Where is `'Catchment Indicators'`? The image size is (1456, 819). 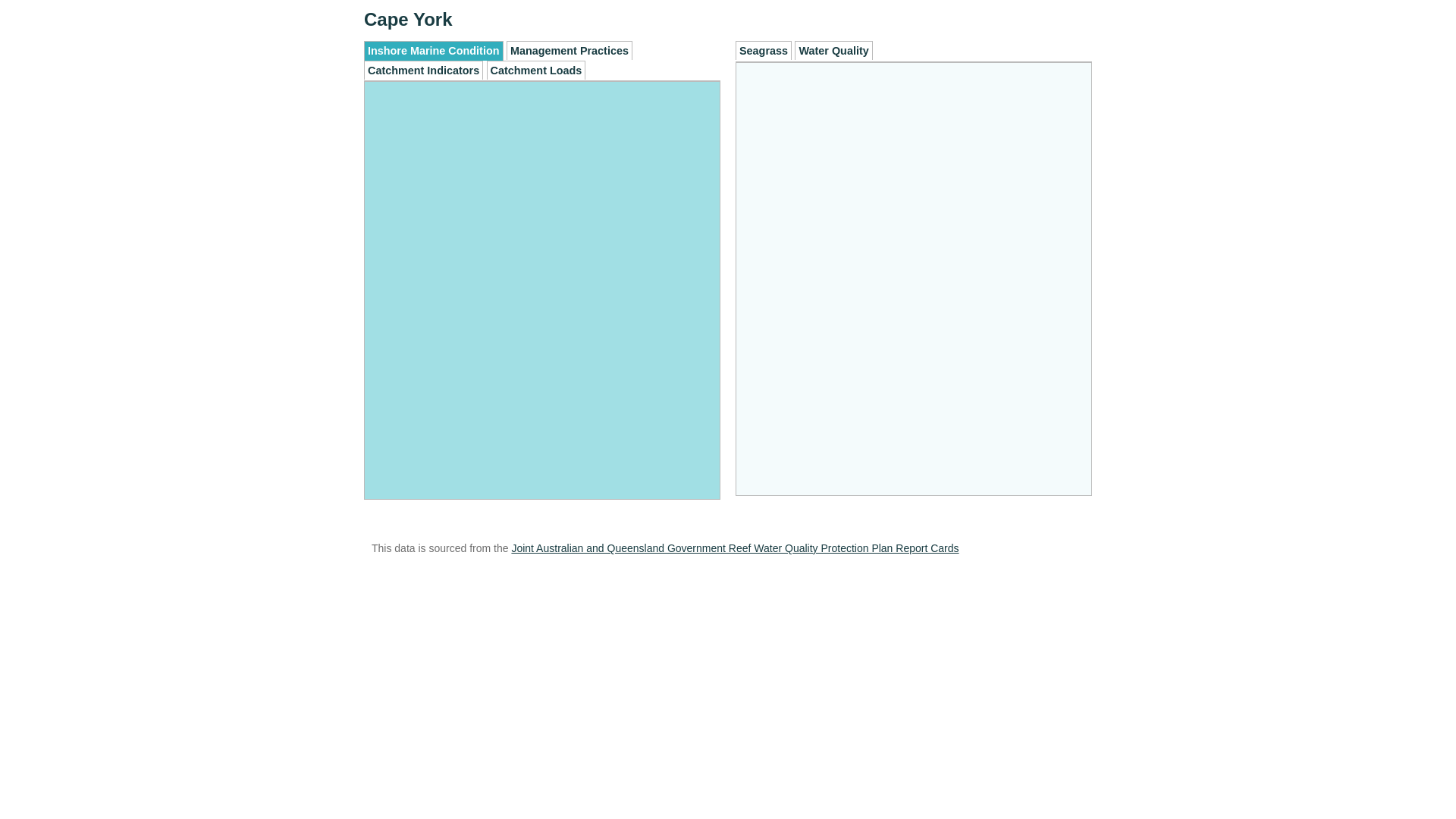 'Catchment Indicators' is located at coordinates (423, 70).